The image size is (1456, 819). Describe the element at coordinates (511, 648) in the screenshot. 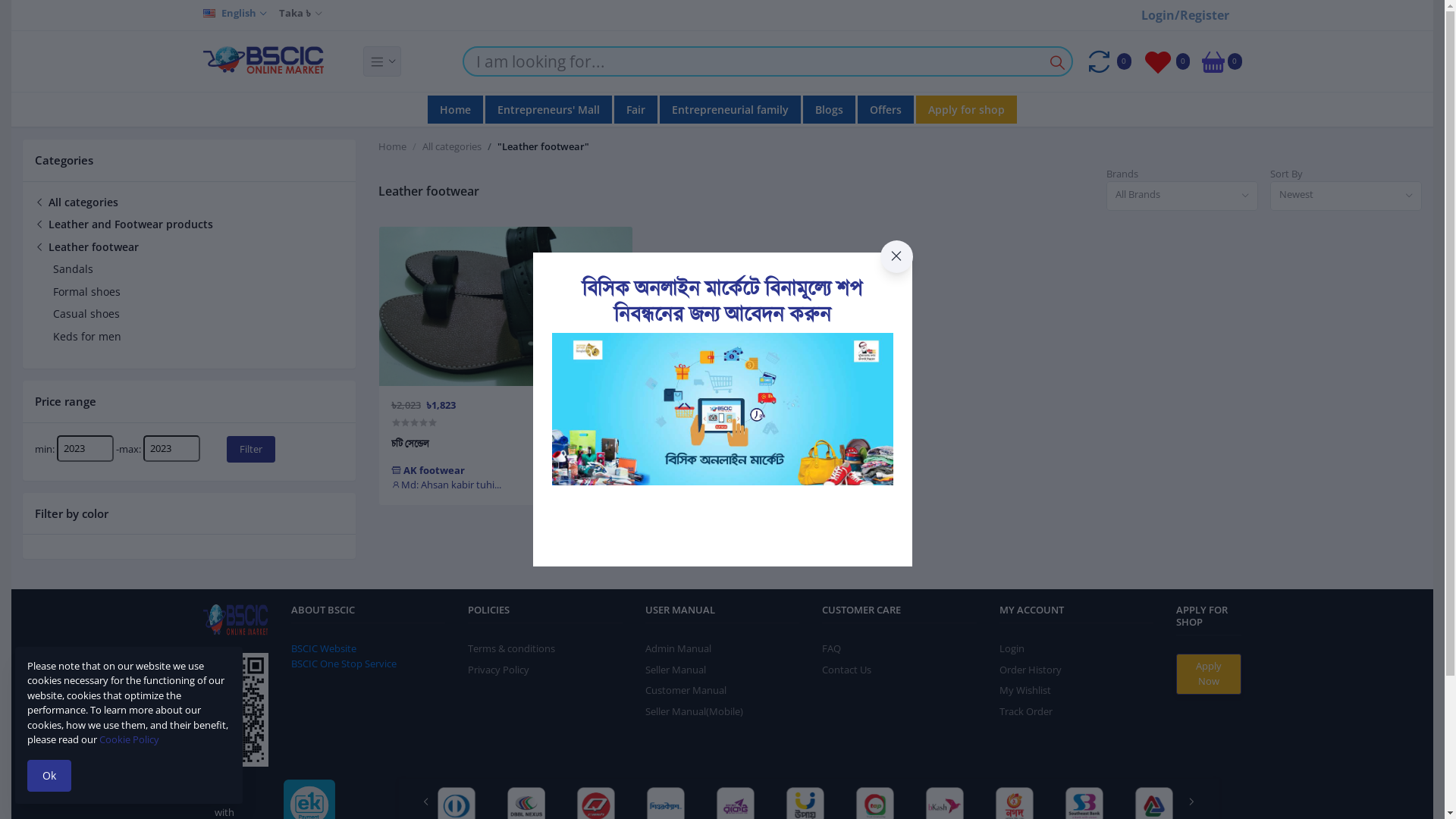

I see `'Terms & conditions'` at that location.